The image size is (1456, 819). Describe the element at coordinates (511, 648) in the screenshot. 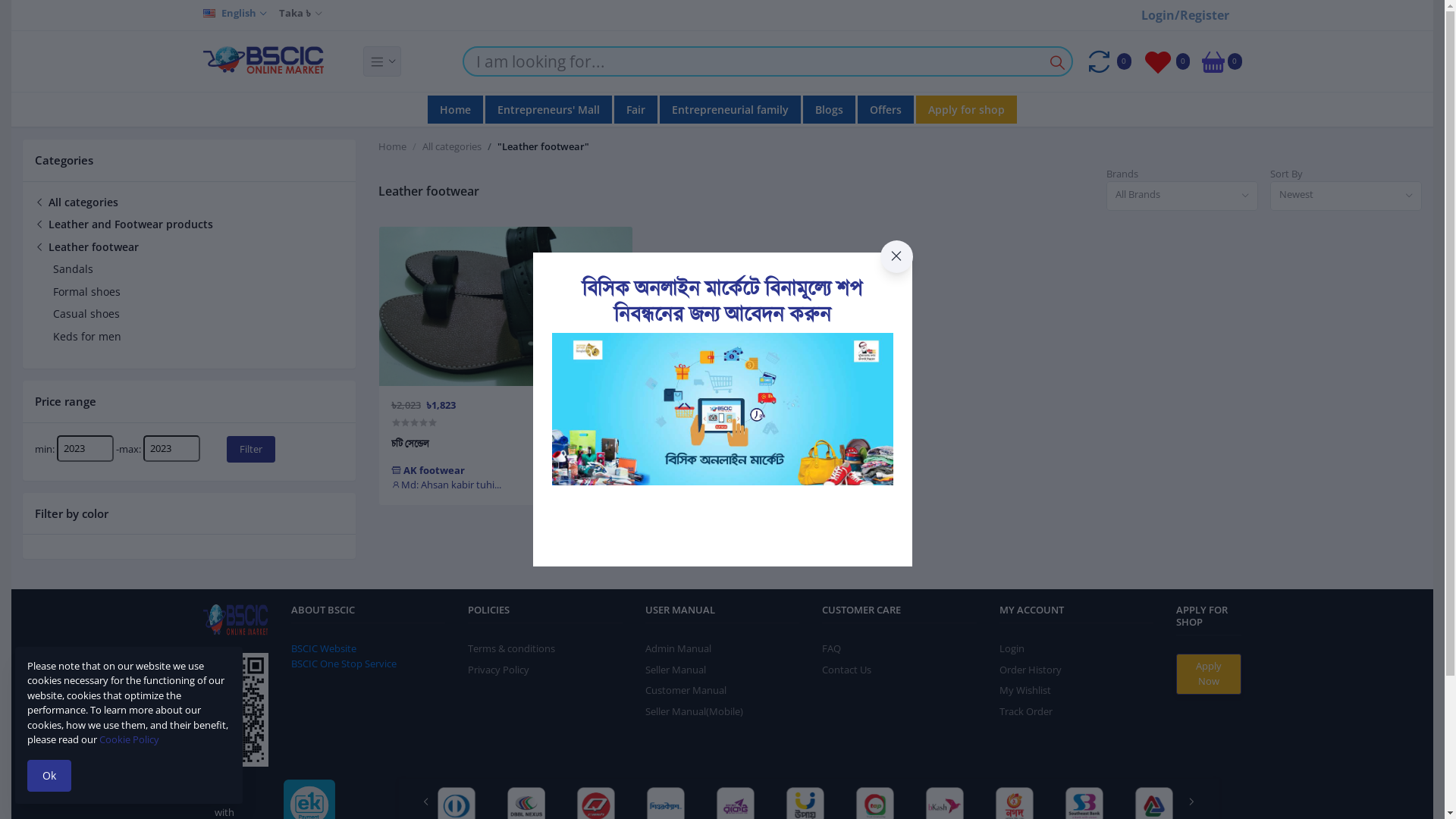

I see `'Terms & conditions'` at that location.